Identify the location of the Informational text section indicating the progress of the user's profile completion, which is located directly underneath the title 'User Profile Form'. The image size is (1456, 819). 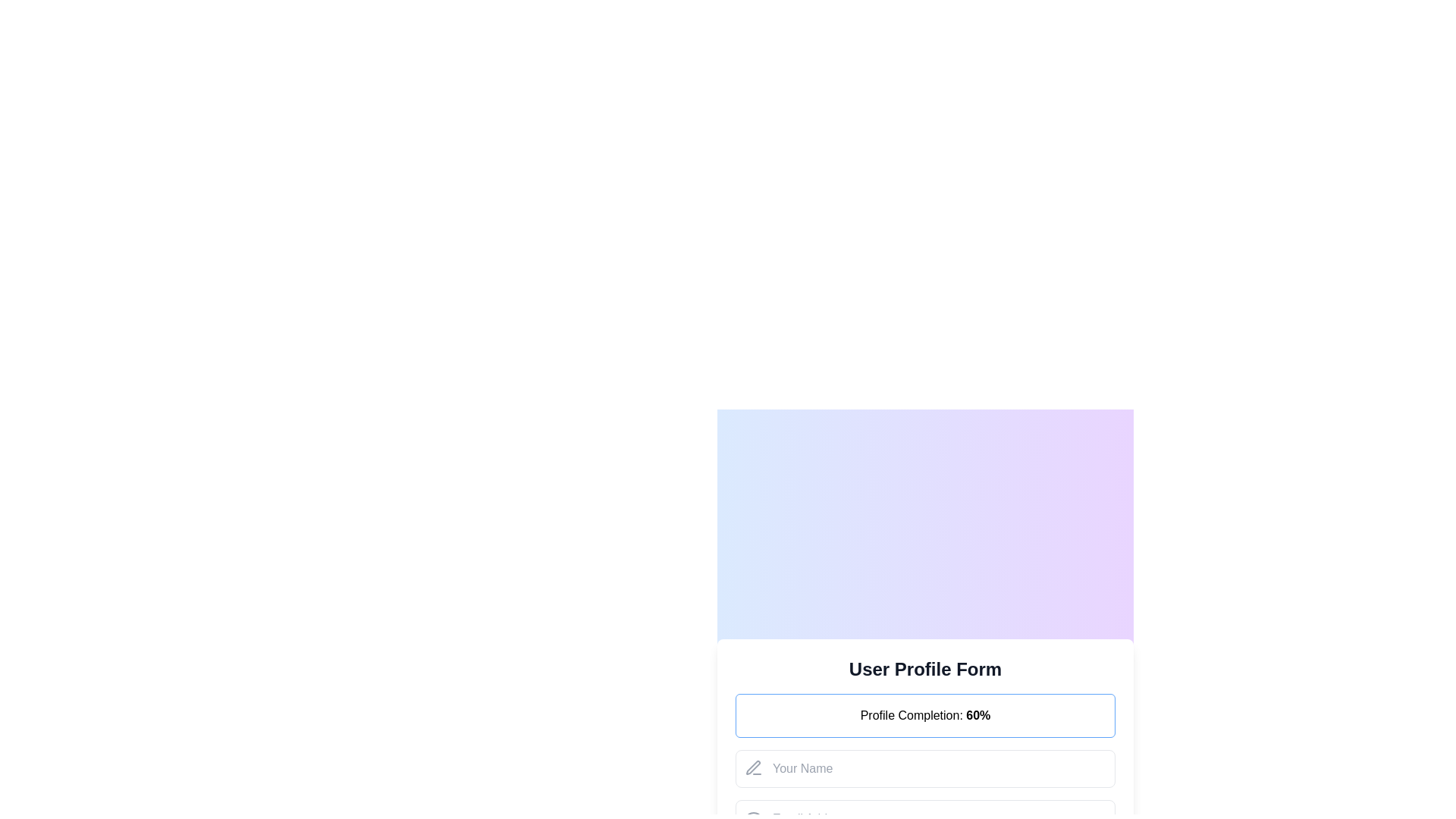
(924, 715).